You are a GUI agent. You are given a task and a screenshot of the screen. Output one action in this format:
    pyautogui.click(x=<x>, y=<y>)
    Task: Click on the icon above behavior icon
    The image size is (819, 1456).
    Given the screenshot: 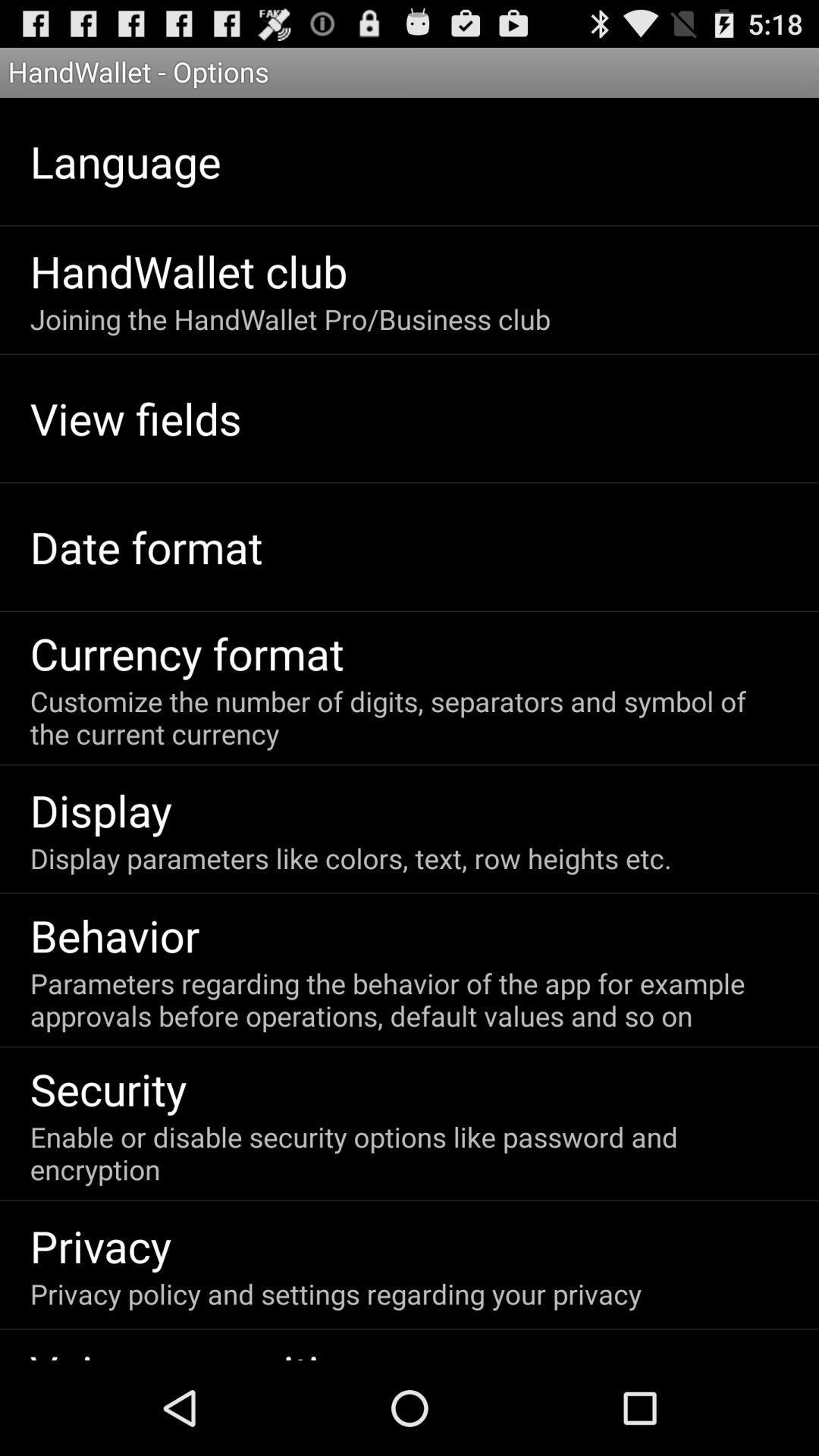 What is the action you would take?
    pyautogui.click(x=350, y=858)
    